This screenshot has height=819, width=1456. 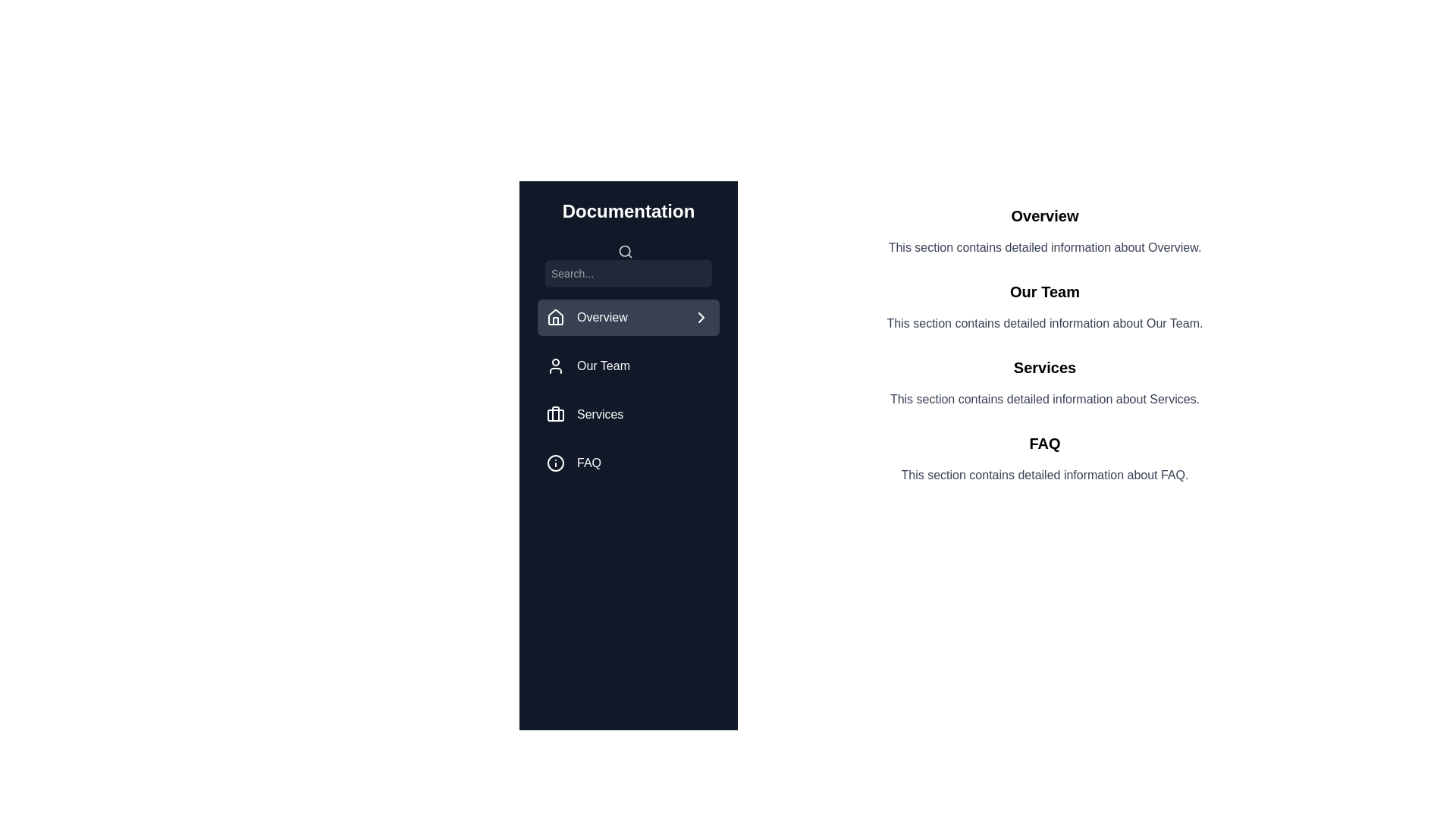 What do you see at coordinates (601, 317) in the screenshot?
I see `the static text label that serves as a navigational button leading to the 'Overview' section, located in the top-left sidebar menu beneath the 'Documentation' title` at bounding box center [601, 317].